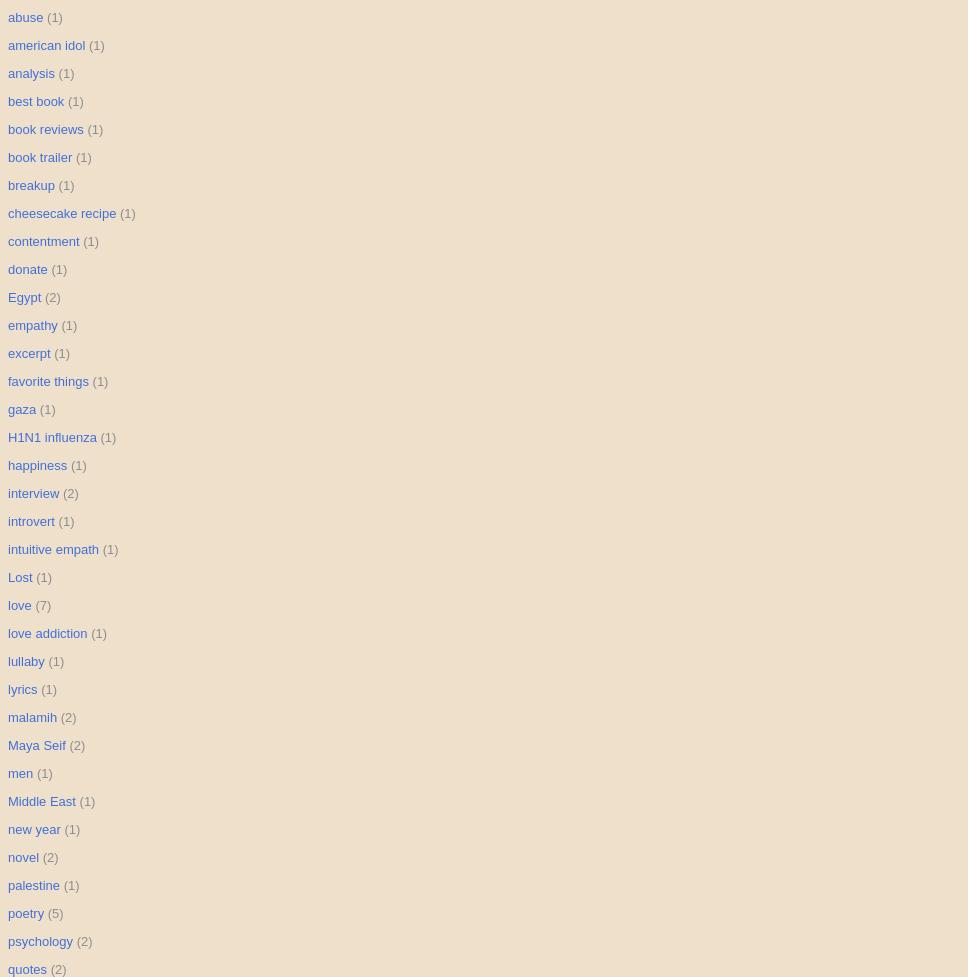  Describe the element at coordinates (8, 828) in the screenshot. I see `'new year'` at that location.